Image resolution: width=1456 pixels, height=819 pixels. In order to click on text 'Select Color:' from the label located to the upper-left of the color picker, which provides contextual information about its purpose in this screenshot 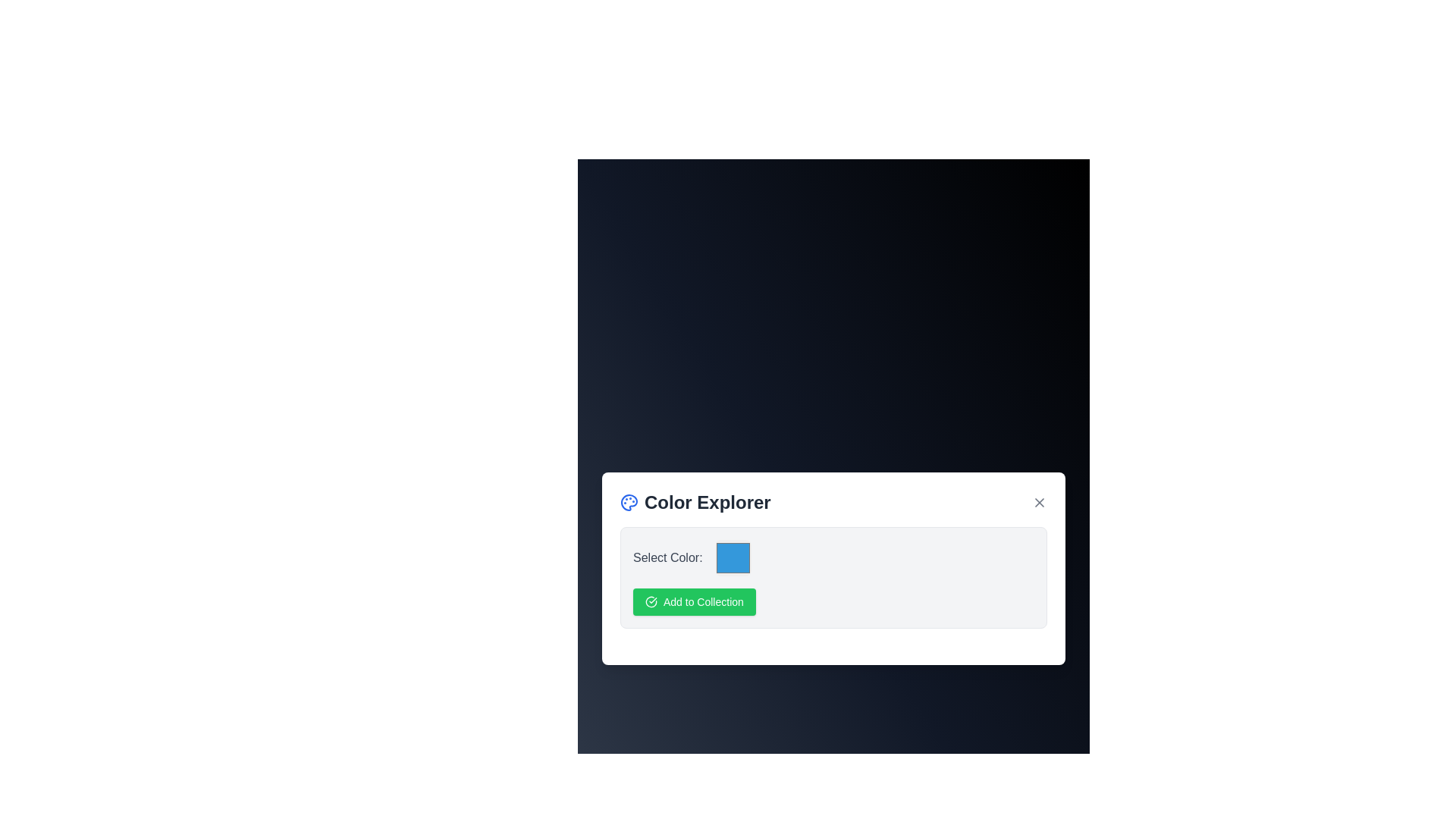, I will do `click(667, 558)`.